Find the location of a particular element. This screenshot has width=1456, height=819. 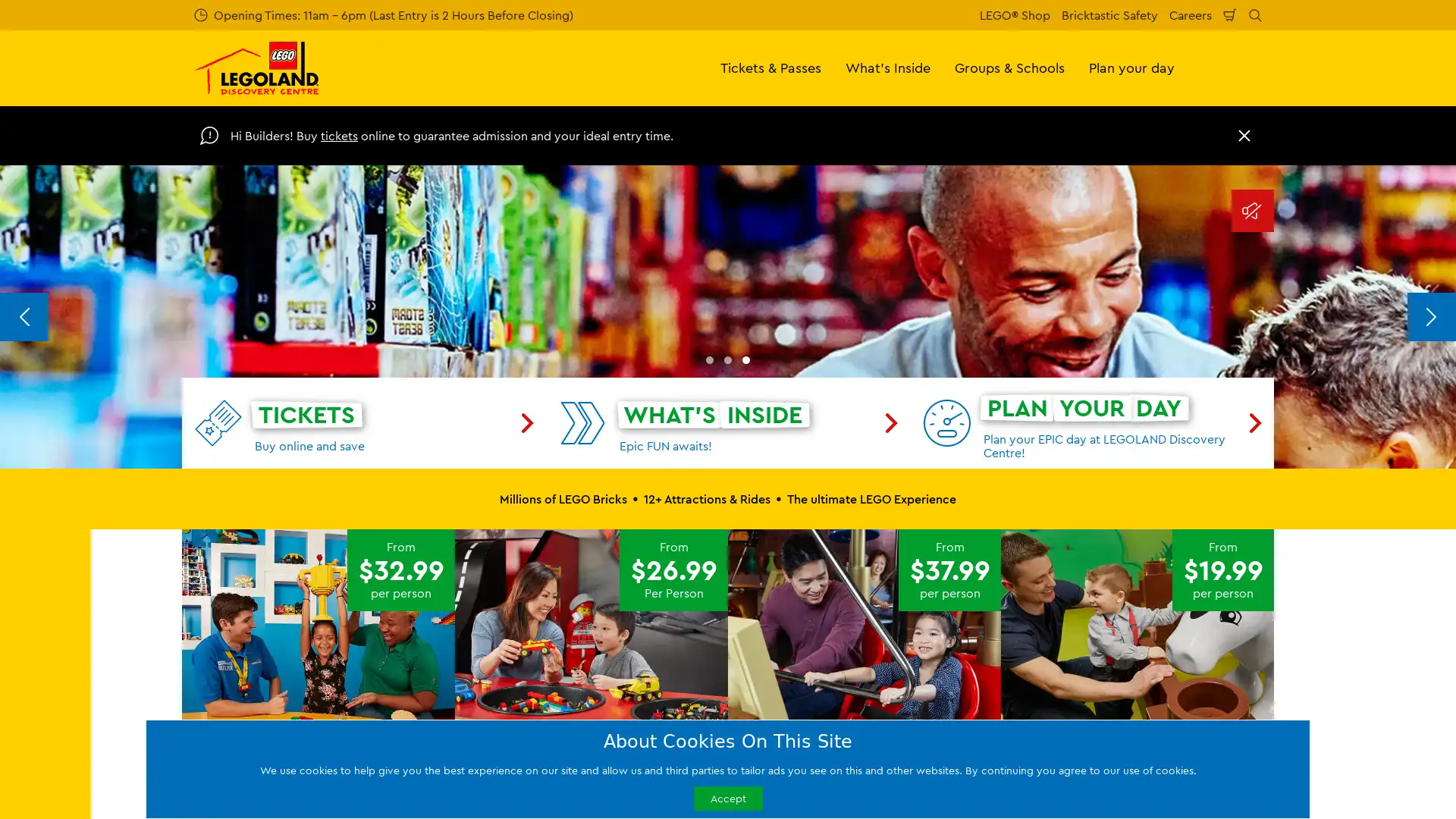

Go to slide 3 is located at coordinates (745, 646).